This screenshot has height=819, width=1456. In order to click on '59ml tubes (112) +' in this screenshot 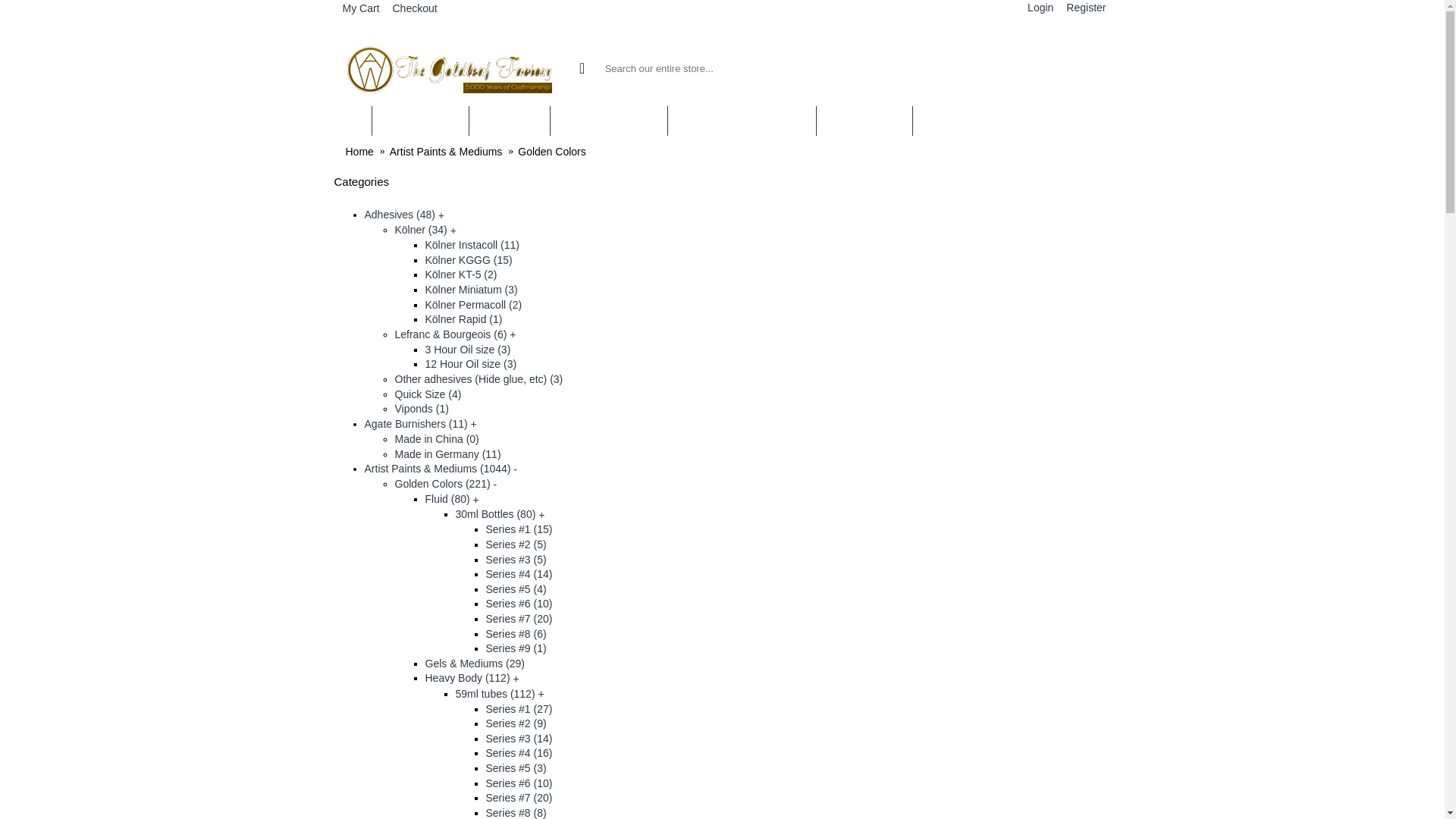, I will do `click(499, 693)`.